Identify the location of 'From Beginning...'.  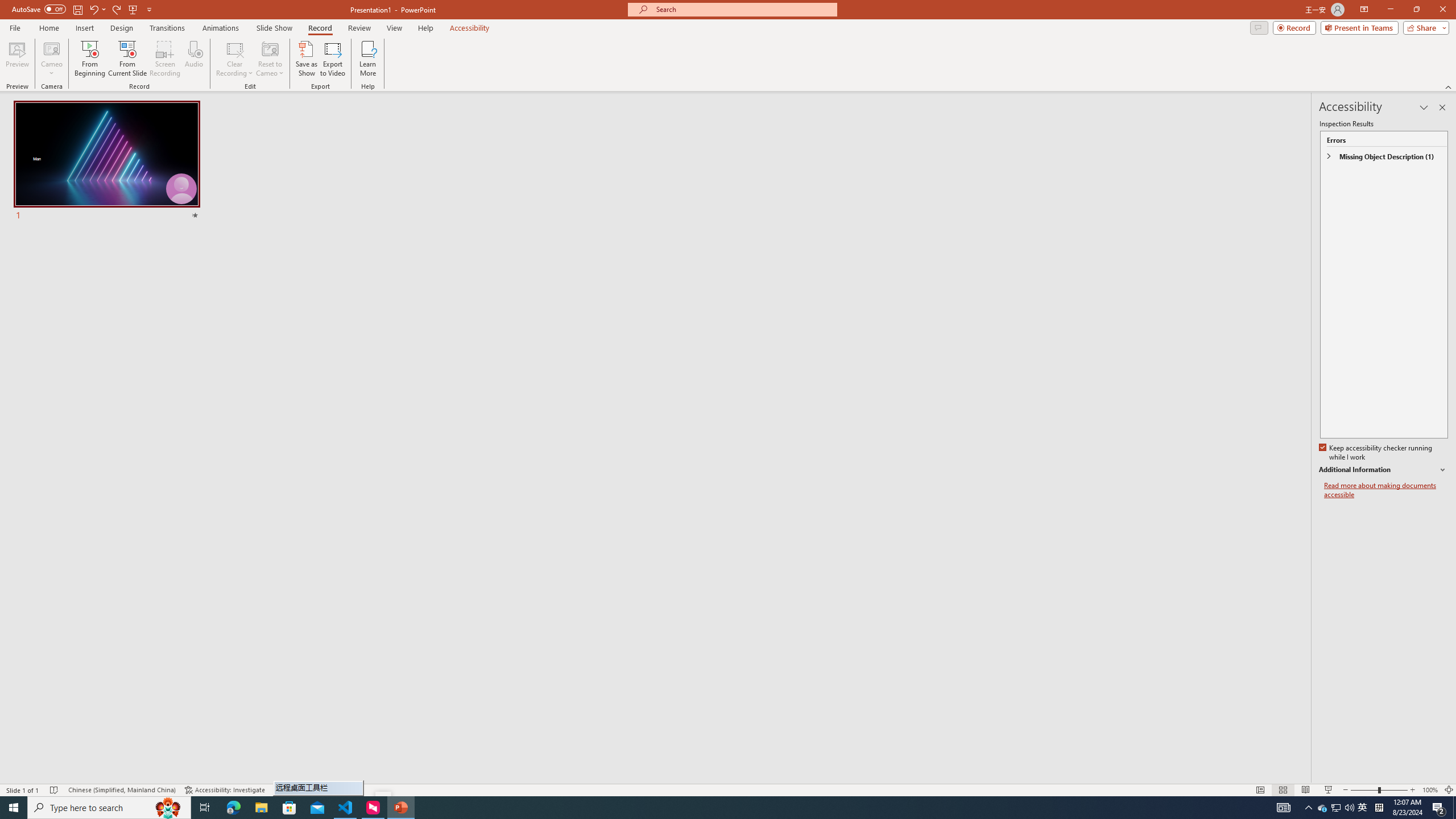
(89, 59).